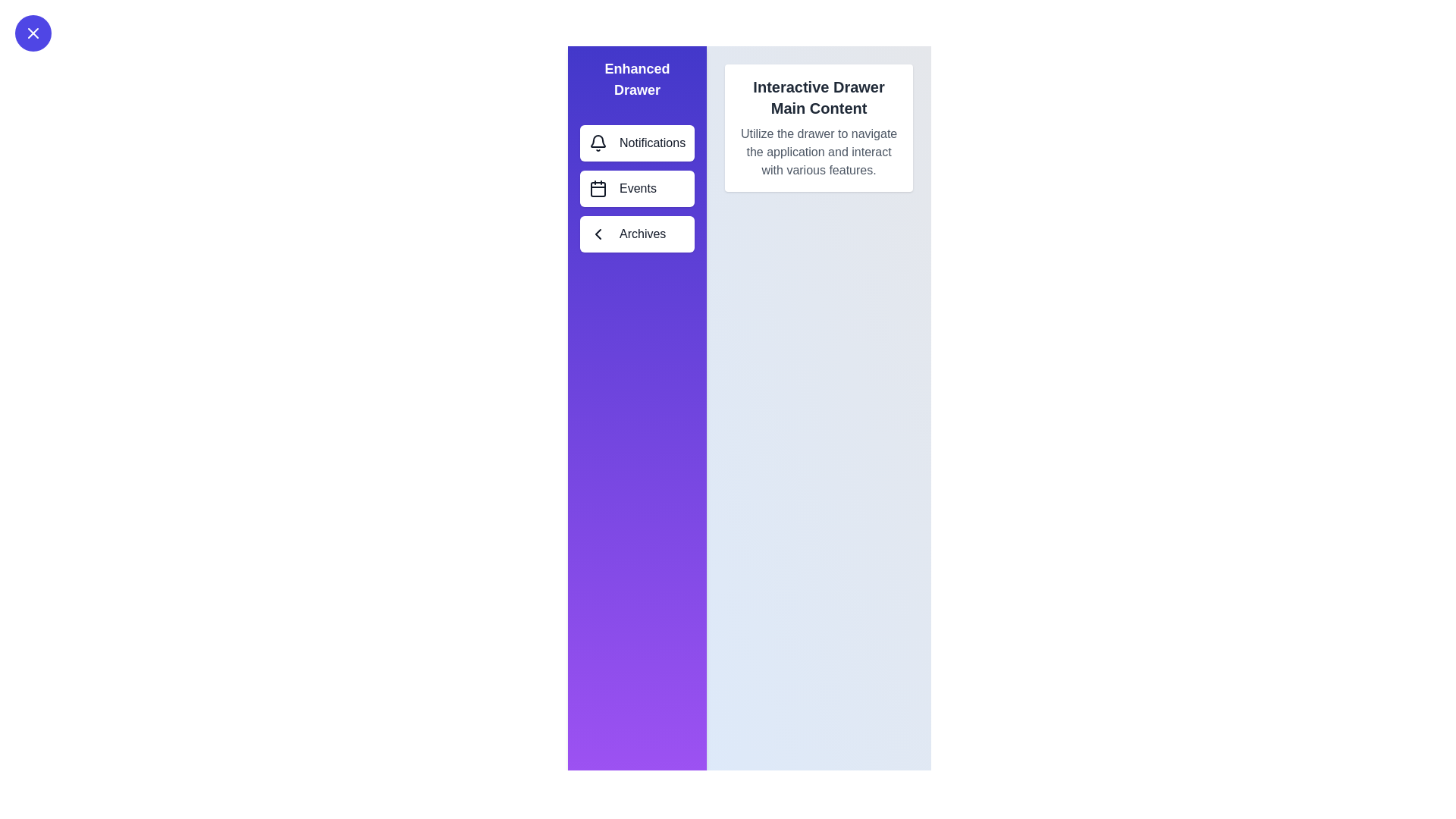  I want to click on the menu item labeled Archives, so click(637, 234).